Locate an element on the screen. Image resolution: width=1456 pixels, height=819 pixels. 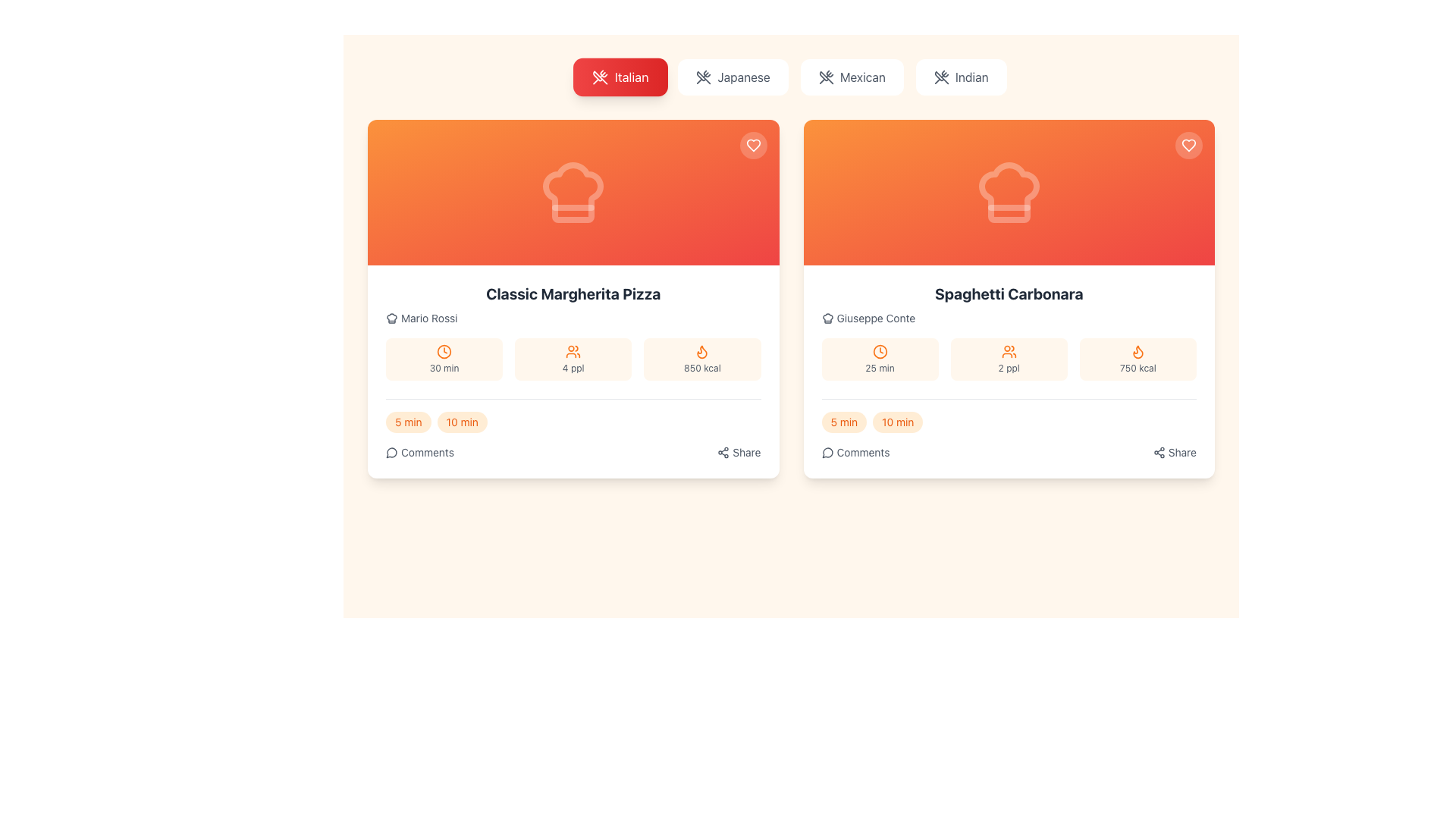
displayed time information from the Text with icon indicator that shows an estimated time of 25 minutes for a task, positioned on the right card in the second section of the layout is located at coordinates (880, 359).